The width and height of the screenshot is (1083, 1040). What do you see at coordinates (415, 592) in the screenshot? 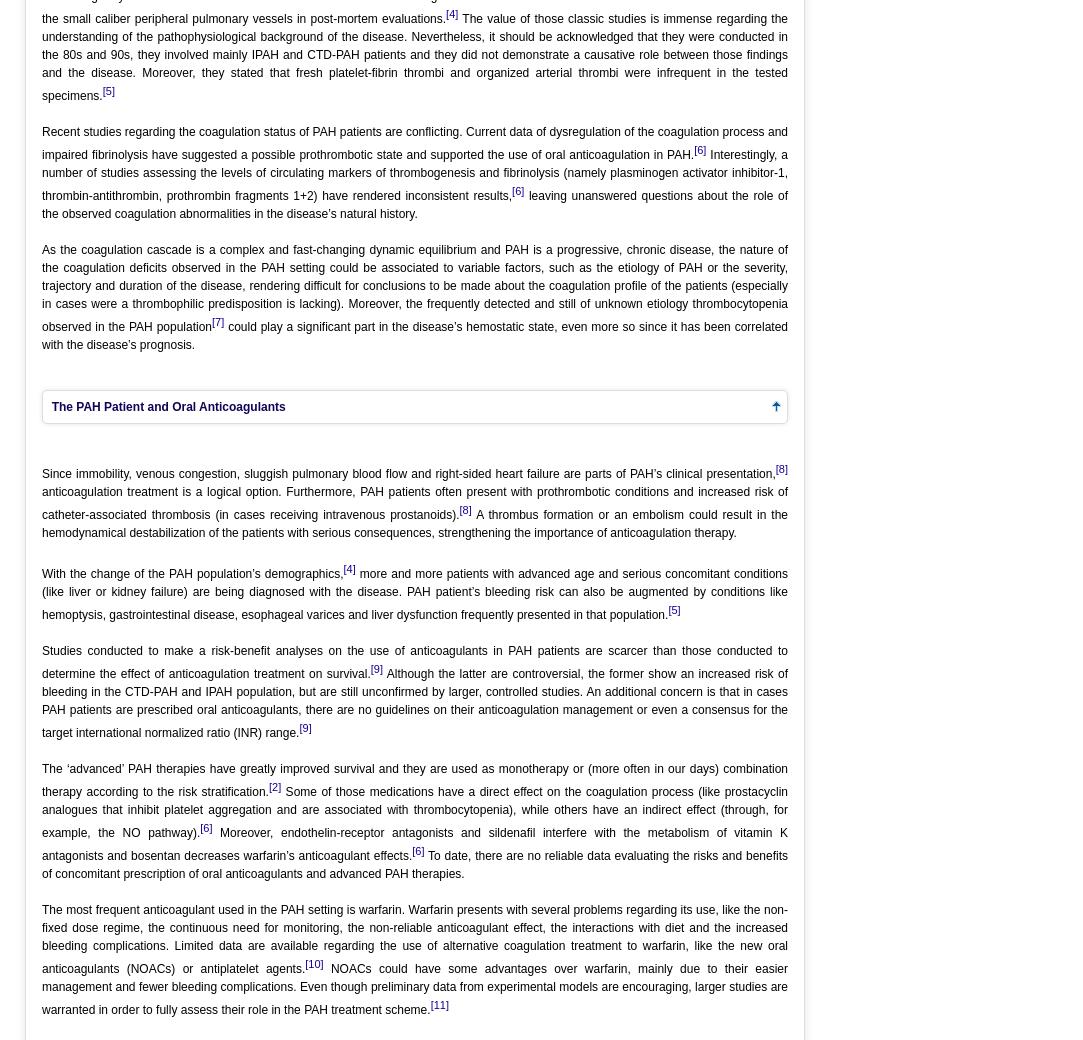
I see `'more and more patients with advanced age and serious concomitant conditions (like liver or kidney failure) are being diagnosed with the disease. PAH patient’s bleeding risk can also be augmented by conditions like hemoptysis, gastrointestinal disease, esophageal varices and liver dysfunction frequently presented in that population.'` at bounding box center [415, 592].